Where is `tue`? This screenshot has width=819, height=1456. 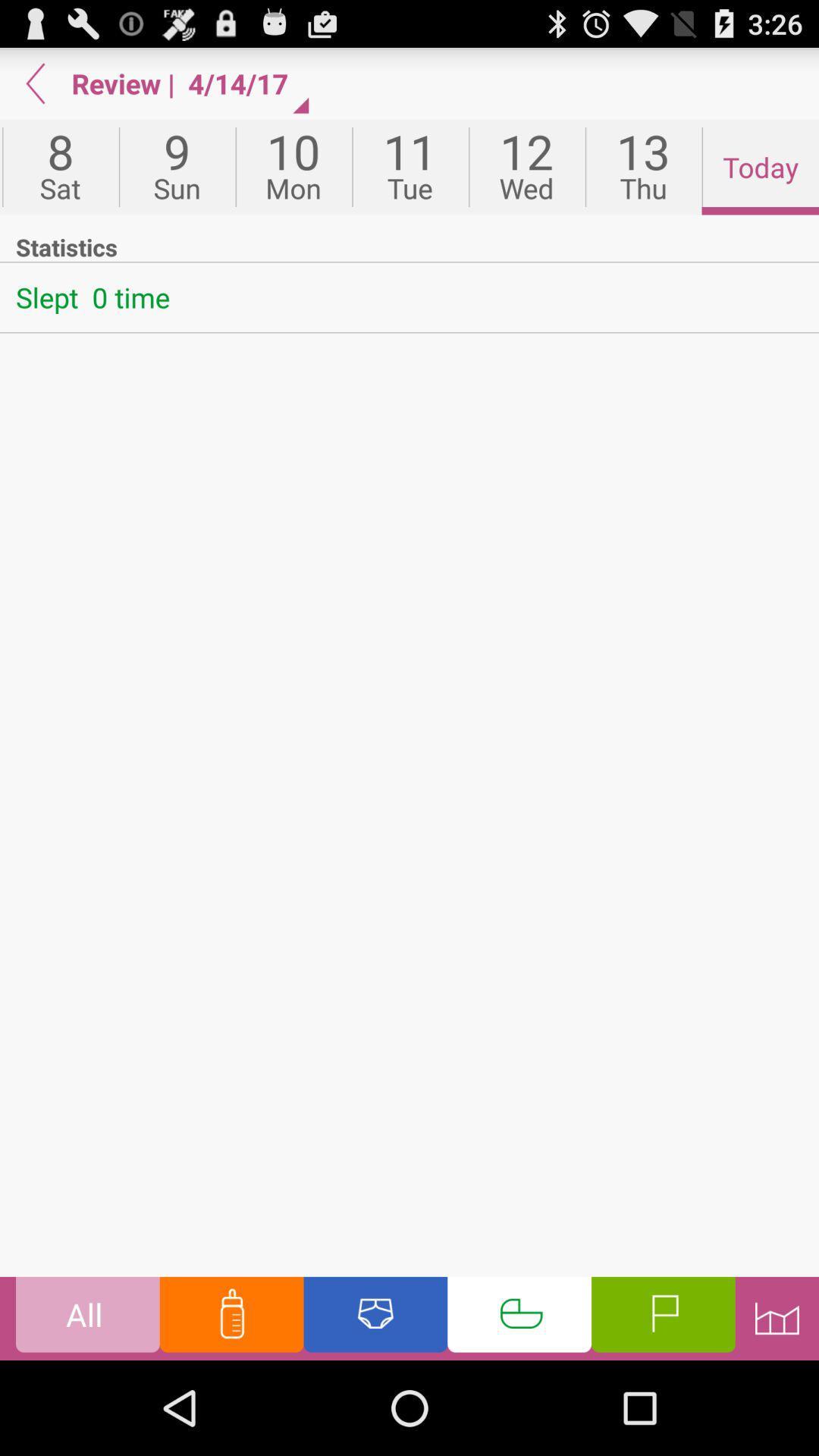 tue is located at coordinates (410, 167).